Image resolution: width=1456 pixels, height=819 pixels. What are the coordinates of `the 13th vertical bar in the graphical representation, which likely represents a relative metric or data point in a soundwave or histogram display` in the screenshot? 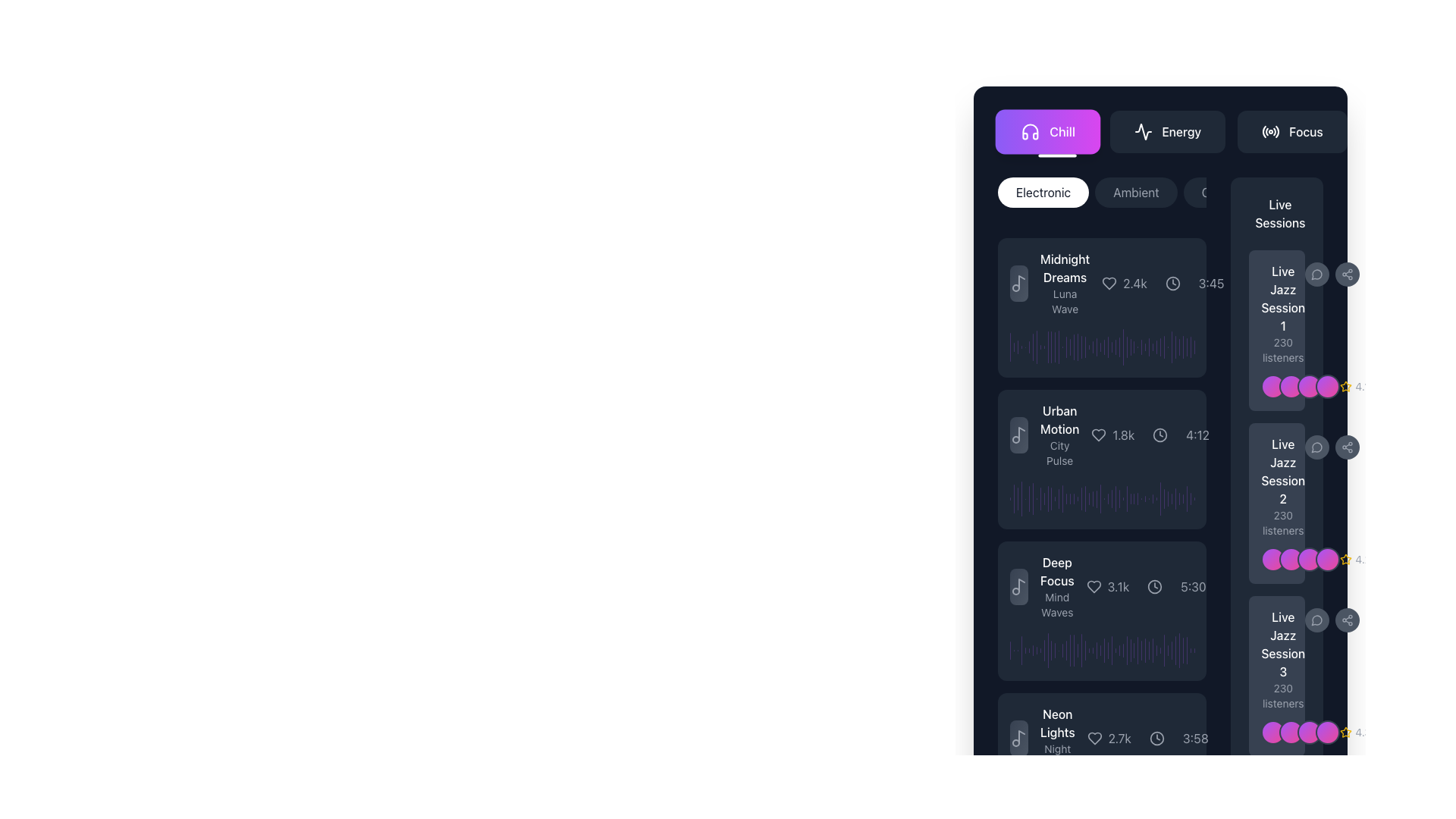 It's located at (1055, 649).